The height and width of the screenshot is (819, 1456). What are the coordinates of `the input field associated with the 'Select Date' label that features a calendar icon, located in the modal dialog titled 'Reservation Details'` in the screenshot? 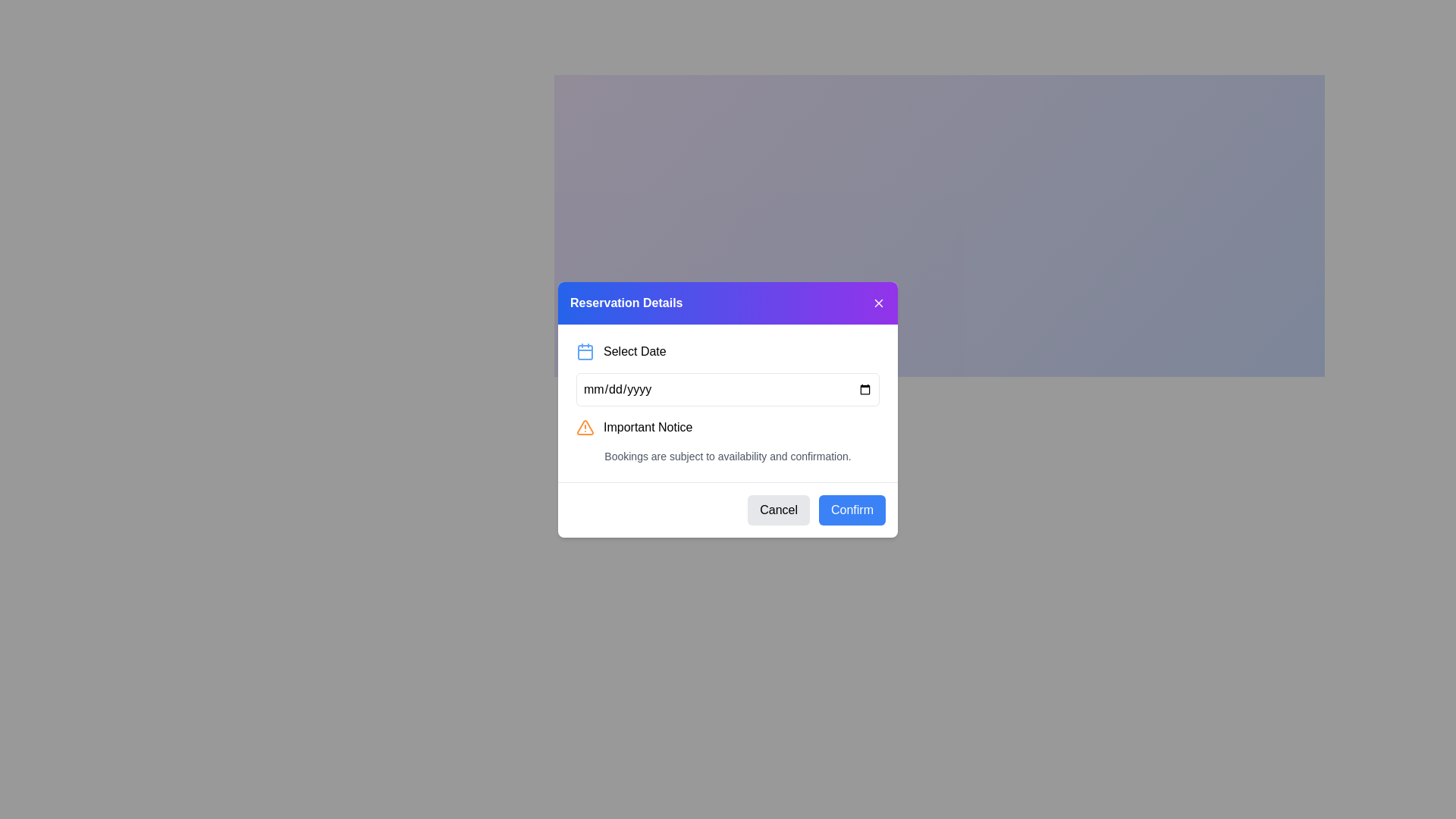 It's located at (728, 351).